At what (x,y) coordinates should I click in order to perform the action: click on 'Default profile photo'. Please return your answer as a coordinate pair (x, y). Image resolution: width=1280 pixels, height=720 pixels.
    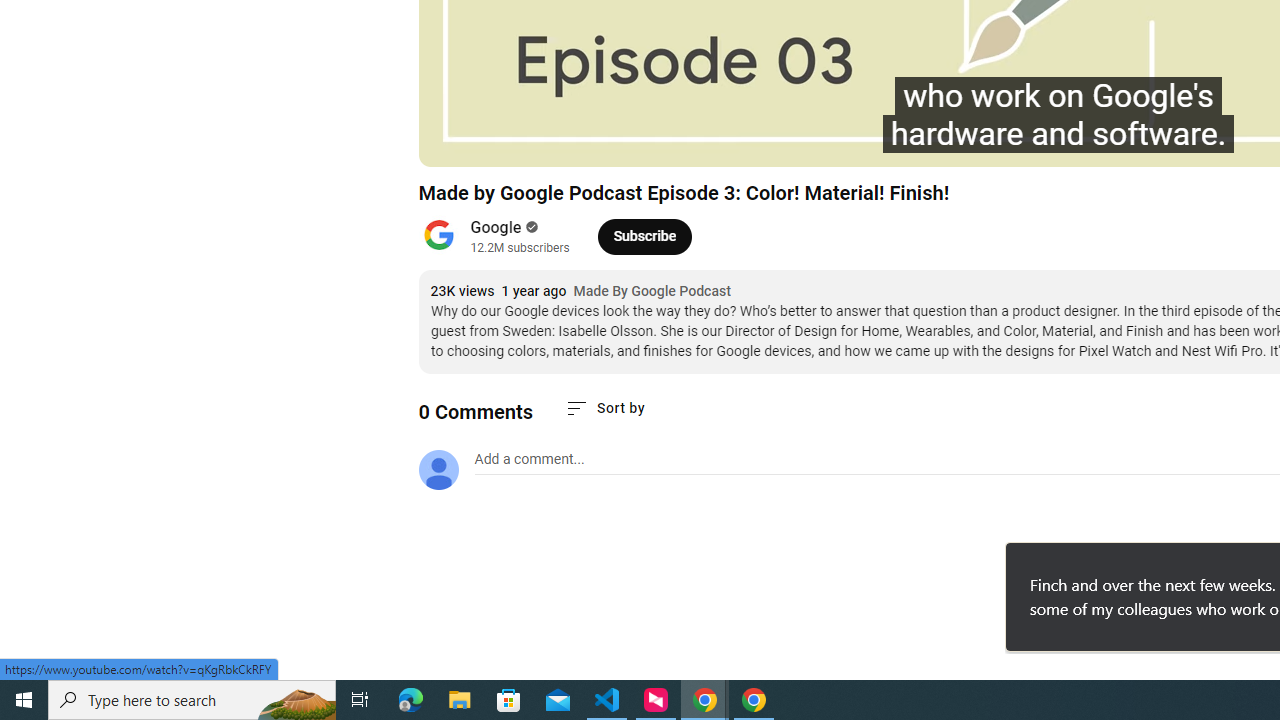
    Looking at the image, I should click on (438, 470).